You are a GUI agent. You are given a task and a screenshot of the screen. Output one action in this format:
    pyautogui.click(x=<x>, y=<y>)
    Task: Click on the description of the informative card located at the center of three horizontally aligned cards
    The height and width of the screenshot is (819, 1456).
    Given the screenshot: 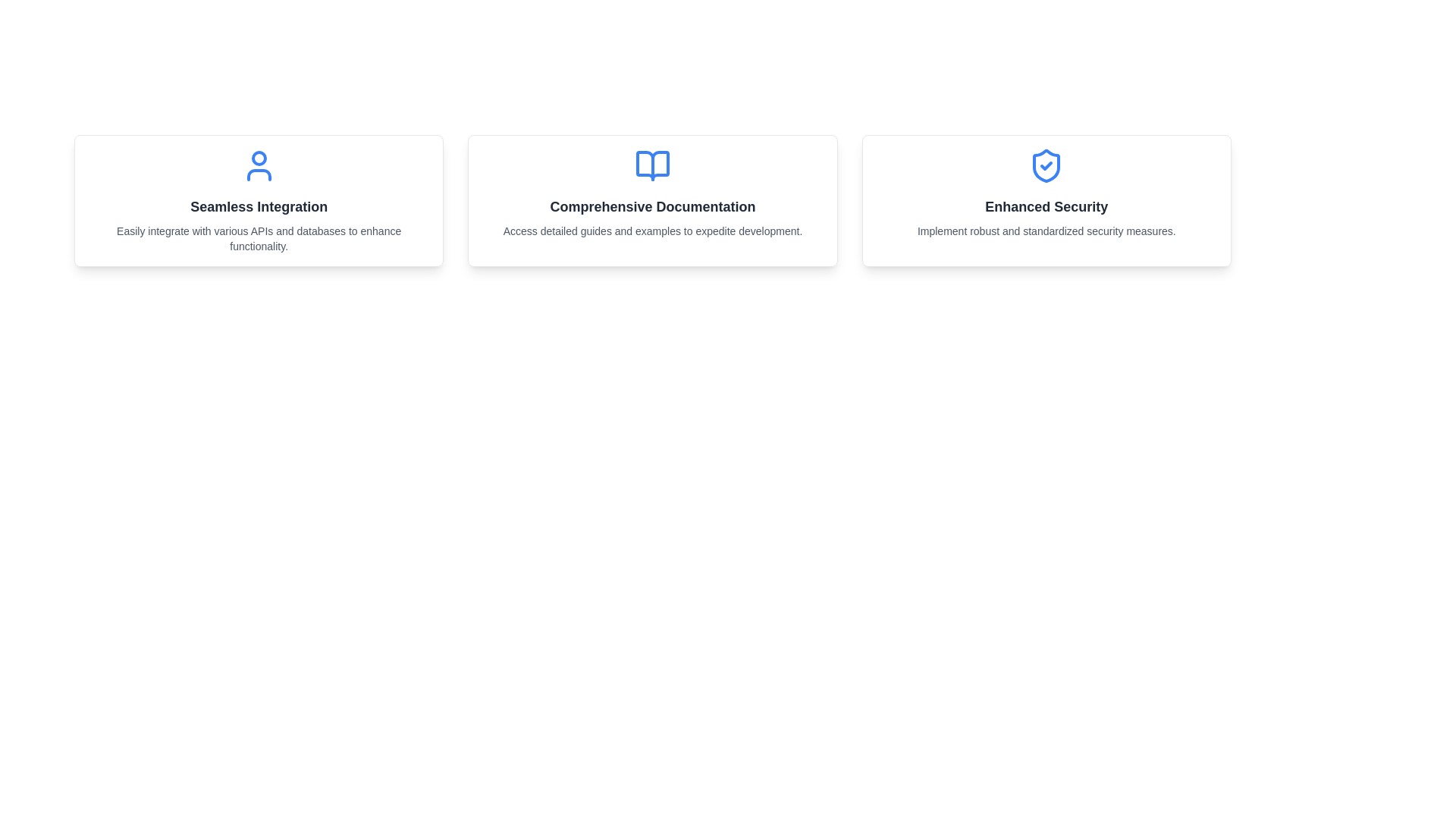 What is the action you would take?
    pyautogui.click(x=652, y=200)
    